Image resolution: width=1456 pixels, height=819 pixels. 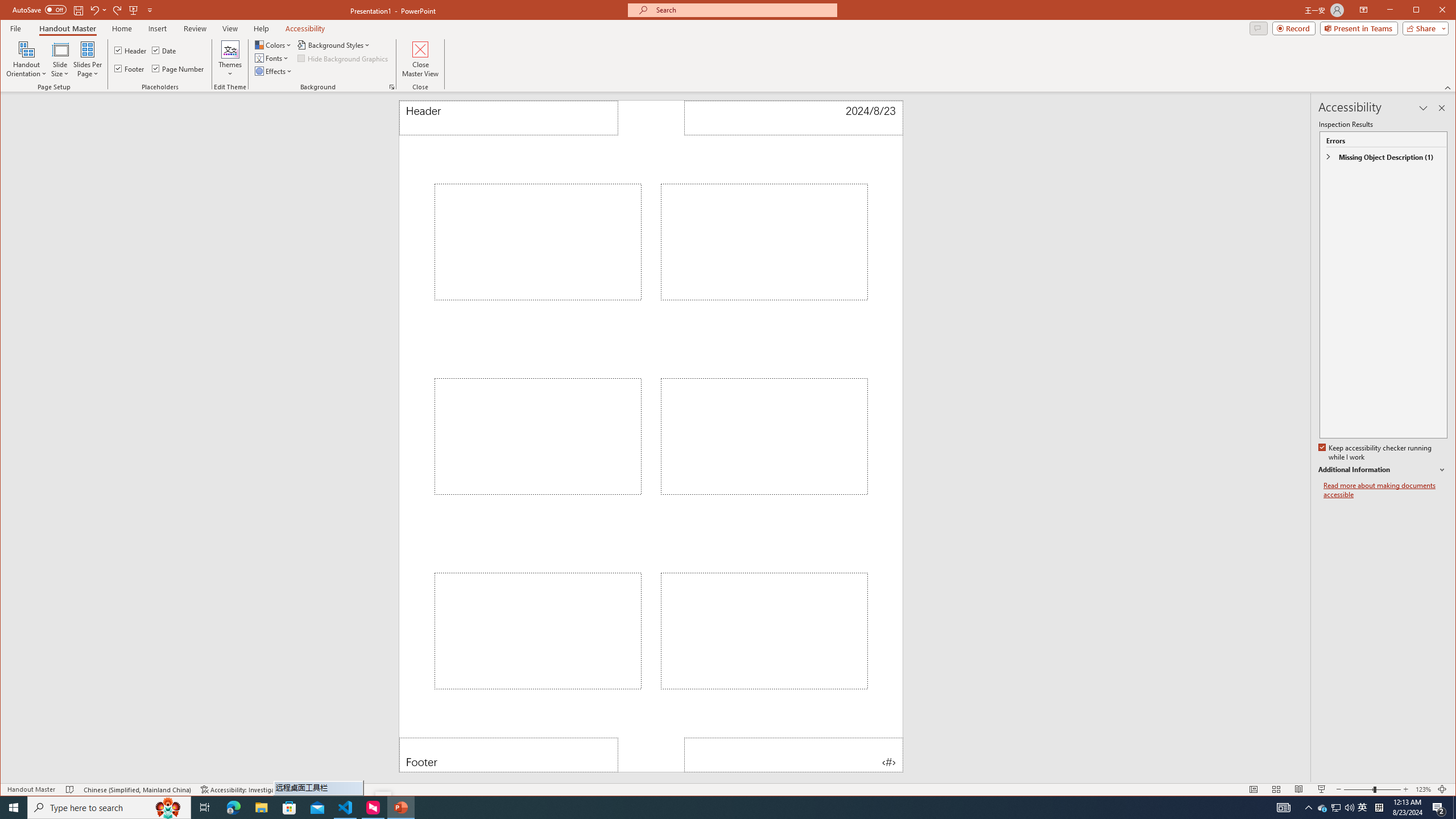 I want to click on 'Themes', so click(x=229, y=59).